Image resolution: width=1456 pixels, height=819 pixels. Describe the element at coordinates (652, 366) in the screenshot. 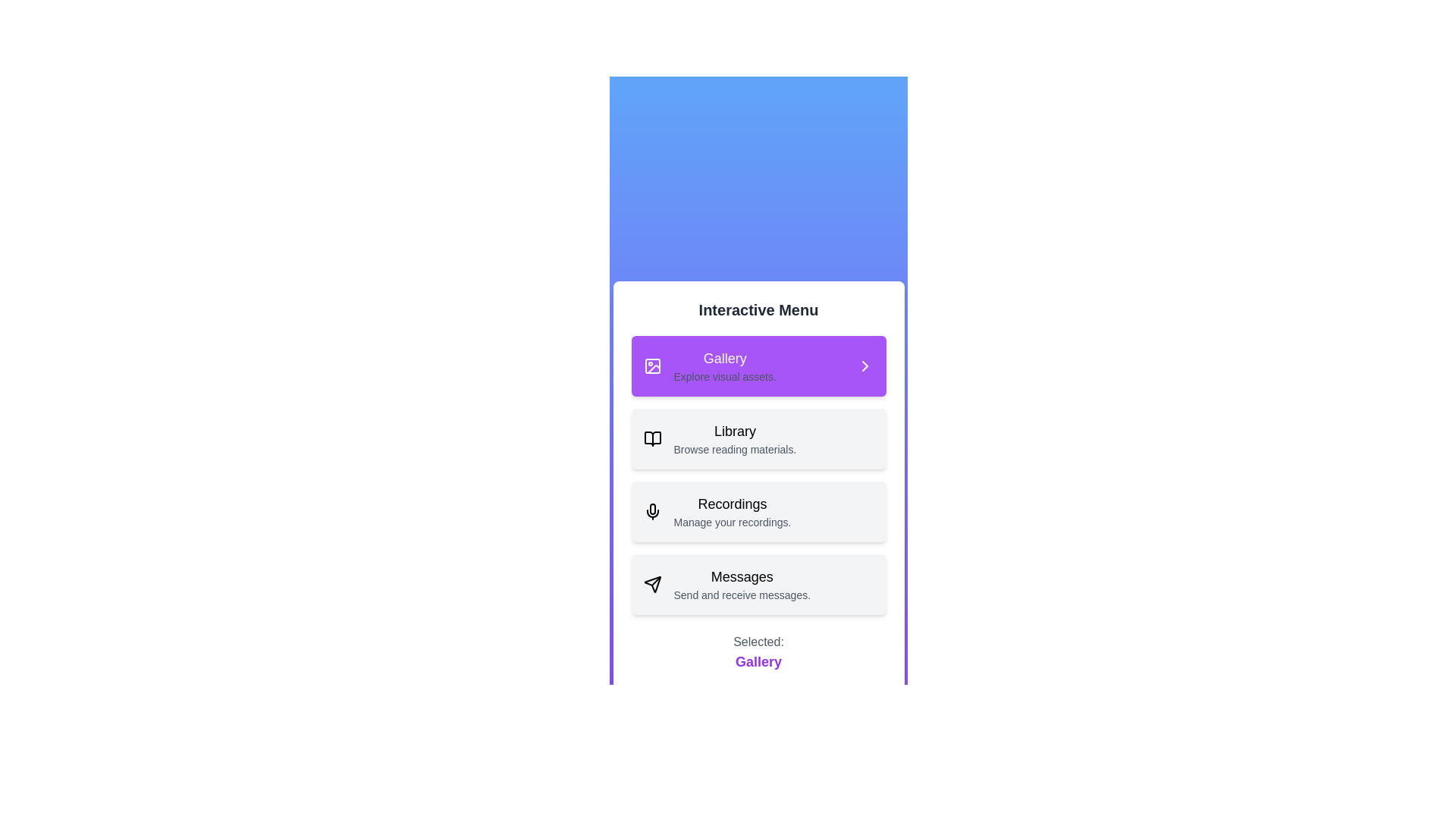

I see `the icon of the list item labeled Gallery` at that location.